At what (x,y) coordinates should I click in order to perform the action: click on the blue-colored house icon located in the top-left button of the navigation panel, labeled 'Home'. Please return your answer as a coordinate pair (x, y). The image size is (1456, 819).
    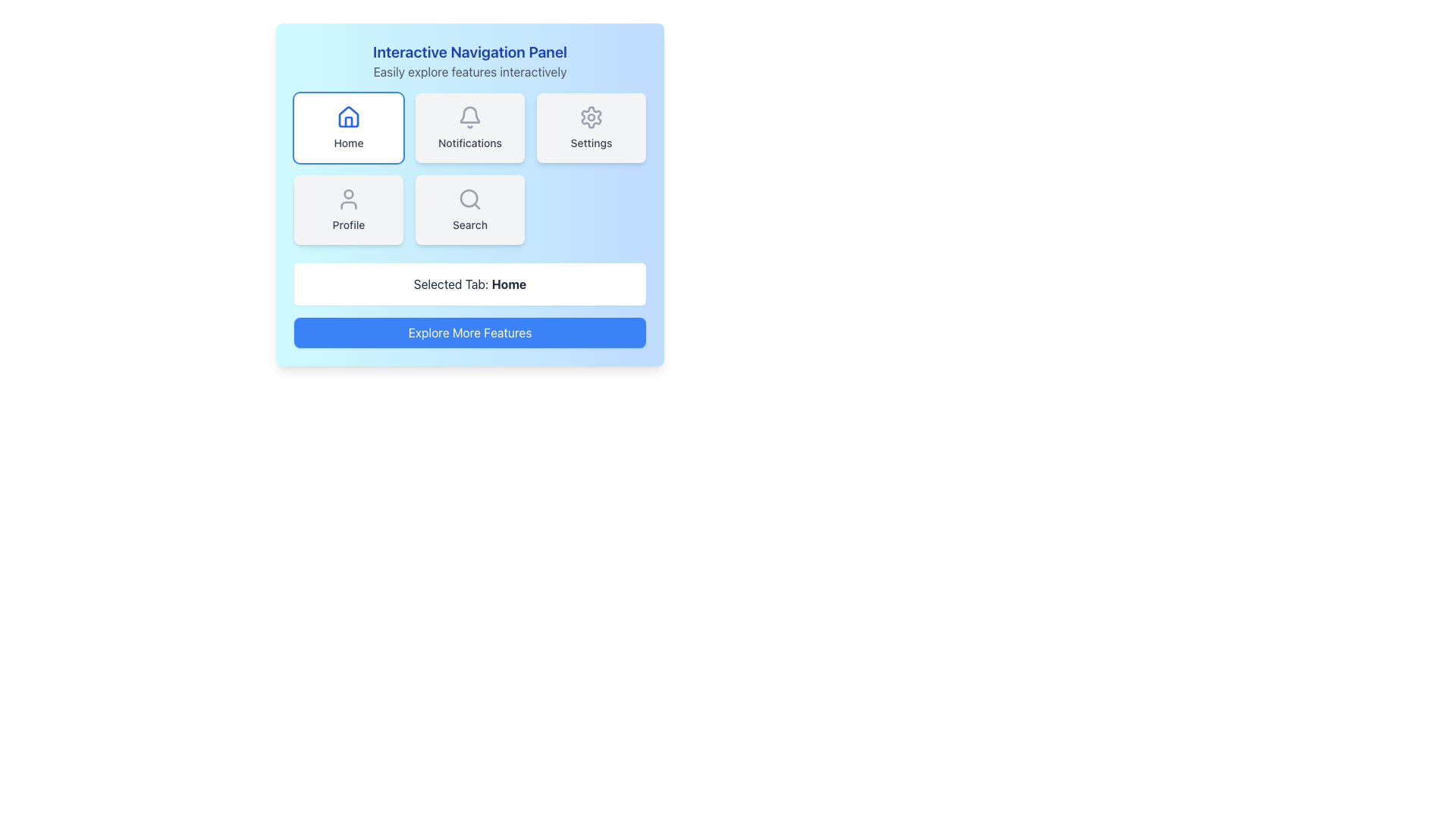
    Looking at the image, I should click on (348, 116).